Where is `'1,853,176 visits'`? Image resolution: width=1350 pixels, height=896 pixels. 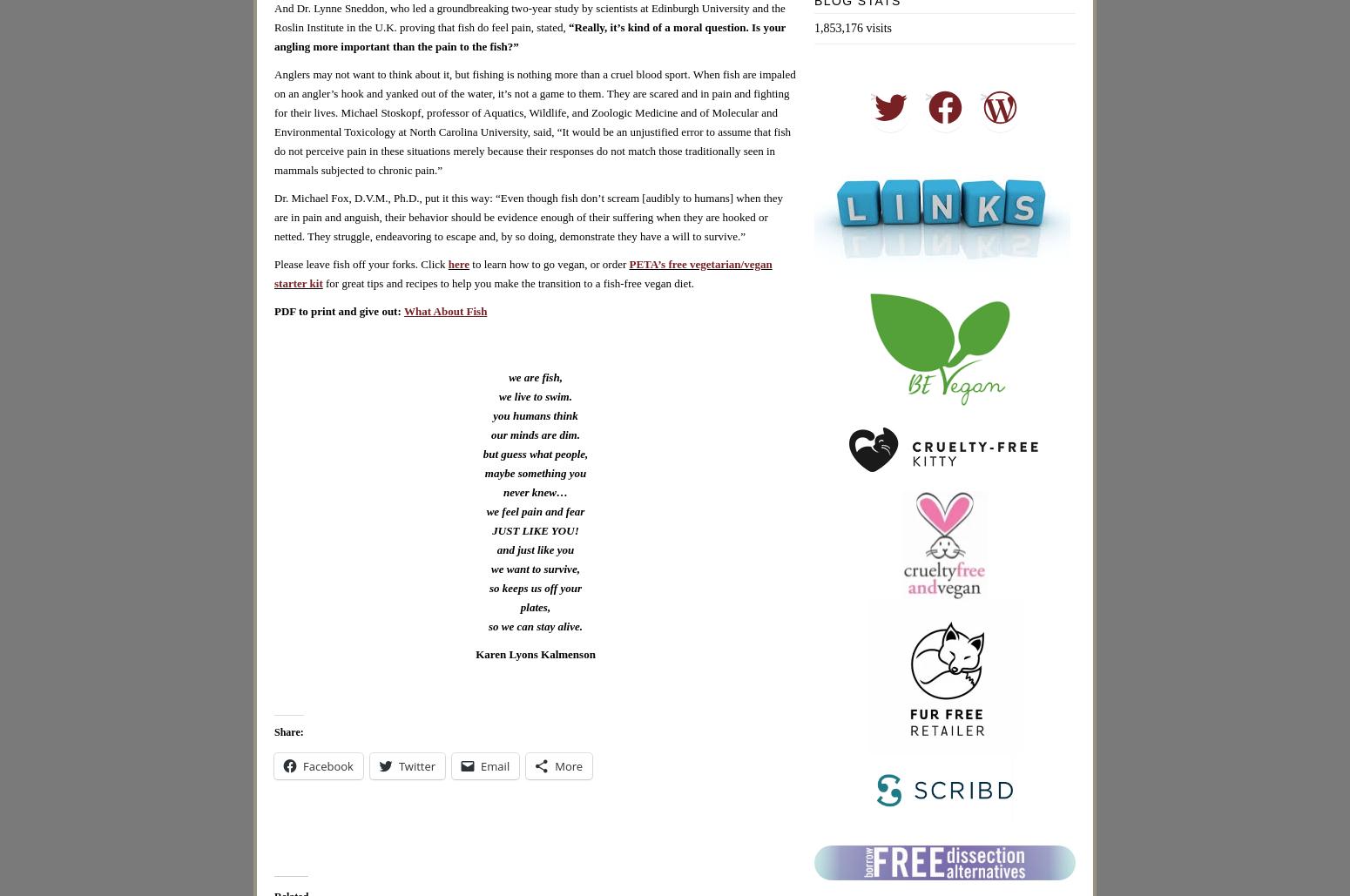
'1,853,176 visits' is located at coordinates (813, 28).